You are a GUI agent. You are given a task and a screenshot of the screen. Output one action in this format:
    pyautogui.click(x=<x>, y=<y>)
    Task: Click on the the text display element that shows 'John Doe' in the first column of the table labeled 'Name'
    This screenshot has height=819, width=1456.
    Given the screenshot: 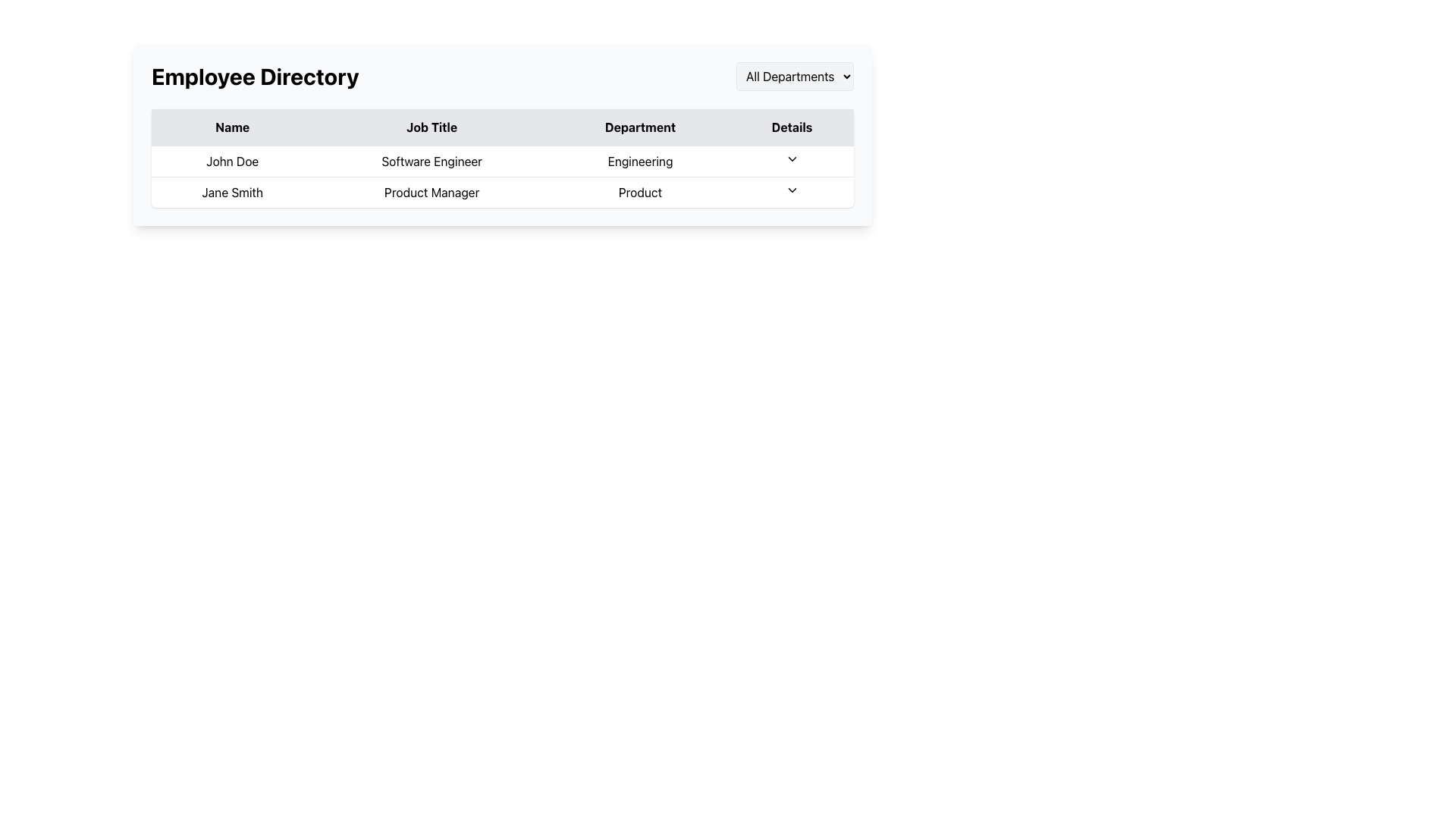 What is the action you would take?
    pyautogui.click(x=231, y=161)
    